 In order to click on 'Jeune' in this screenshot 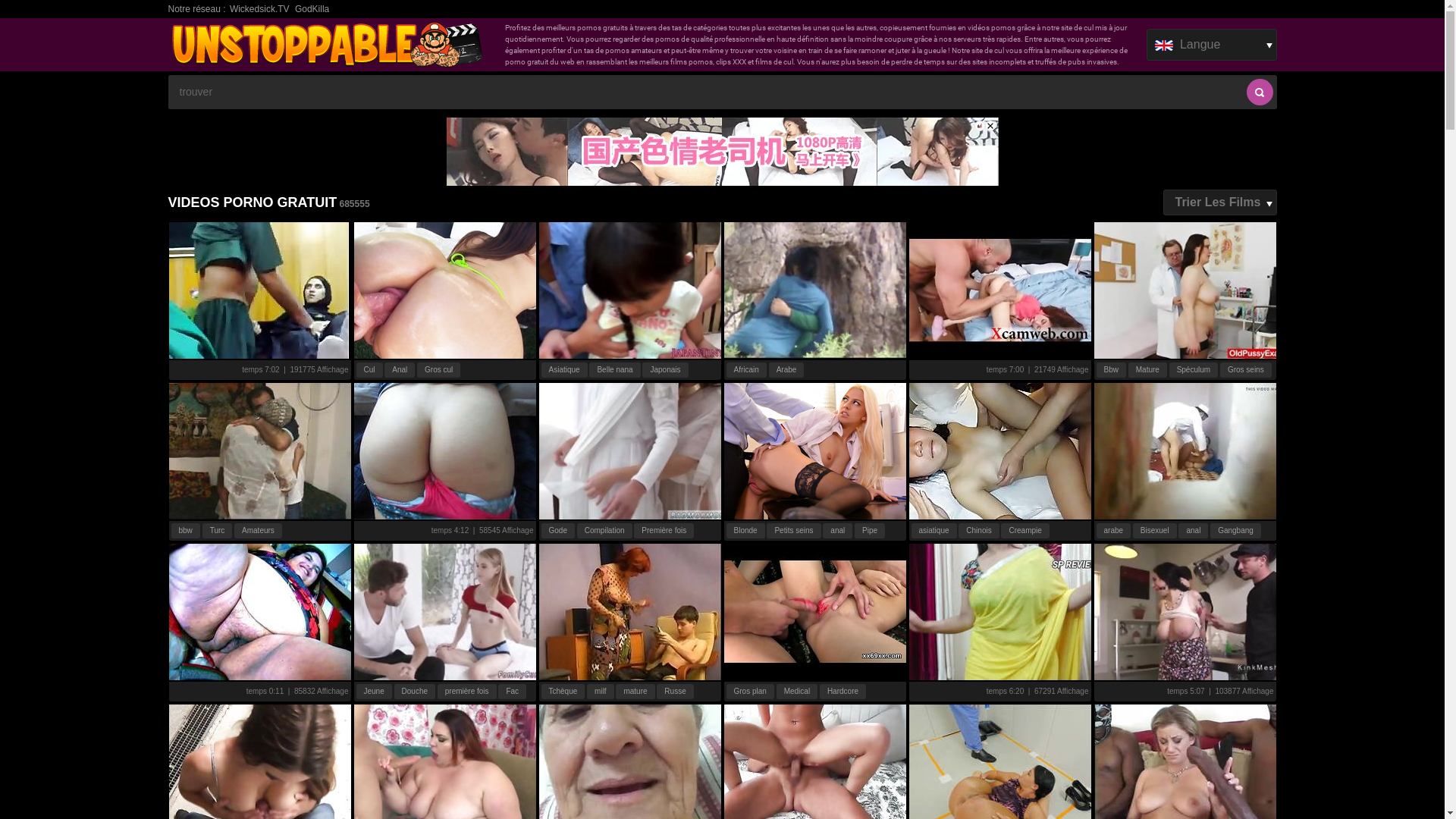, I will do `click(374, 691)`.